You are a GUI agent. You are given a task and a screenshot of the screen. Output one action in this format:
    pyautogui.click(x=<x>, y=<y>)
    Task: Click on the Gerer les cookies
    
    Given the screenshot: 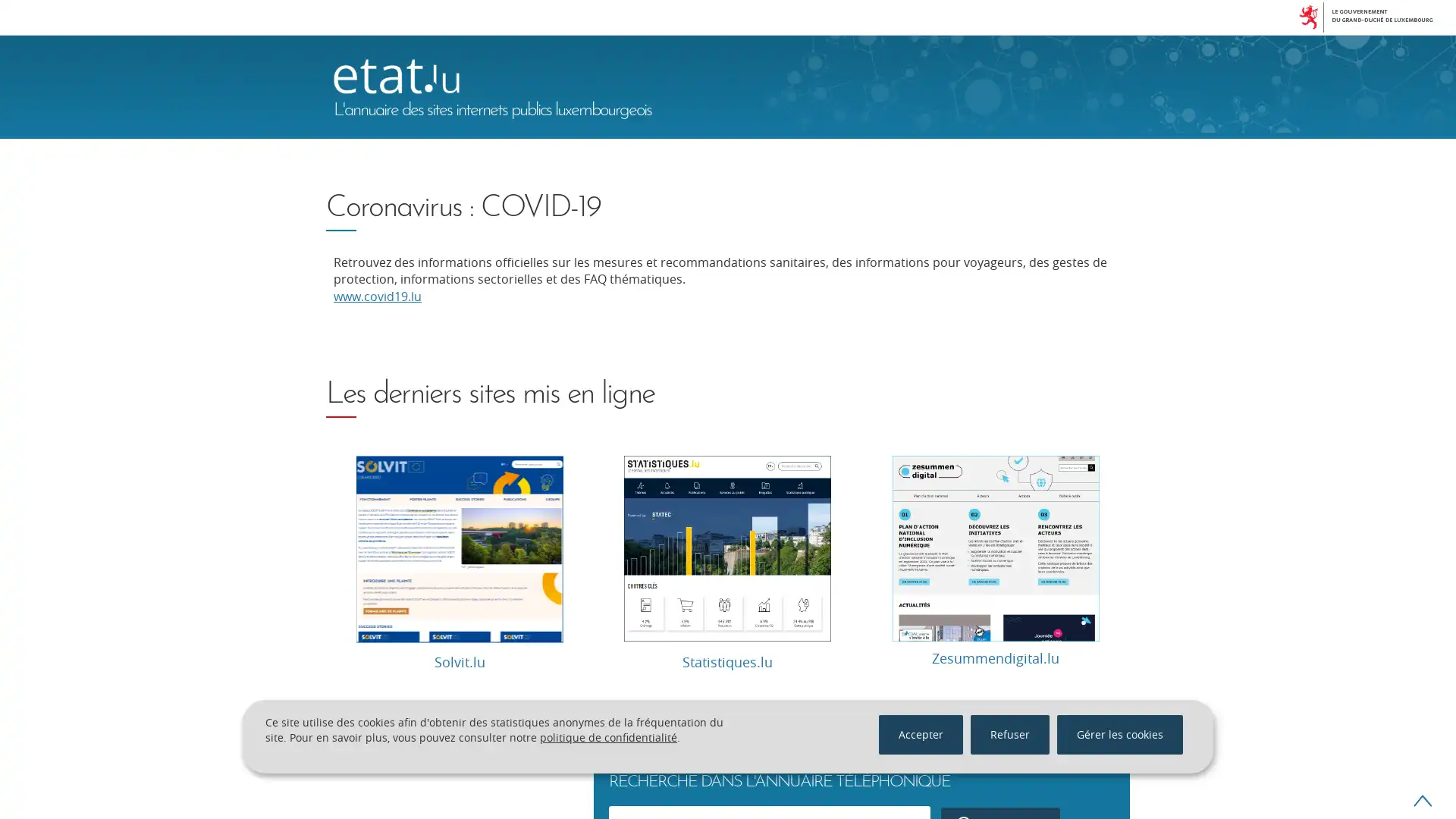 What is the action you would take?
    pyautogui.click(x=1120, y=733)
    